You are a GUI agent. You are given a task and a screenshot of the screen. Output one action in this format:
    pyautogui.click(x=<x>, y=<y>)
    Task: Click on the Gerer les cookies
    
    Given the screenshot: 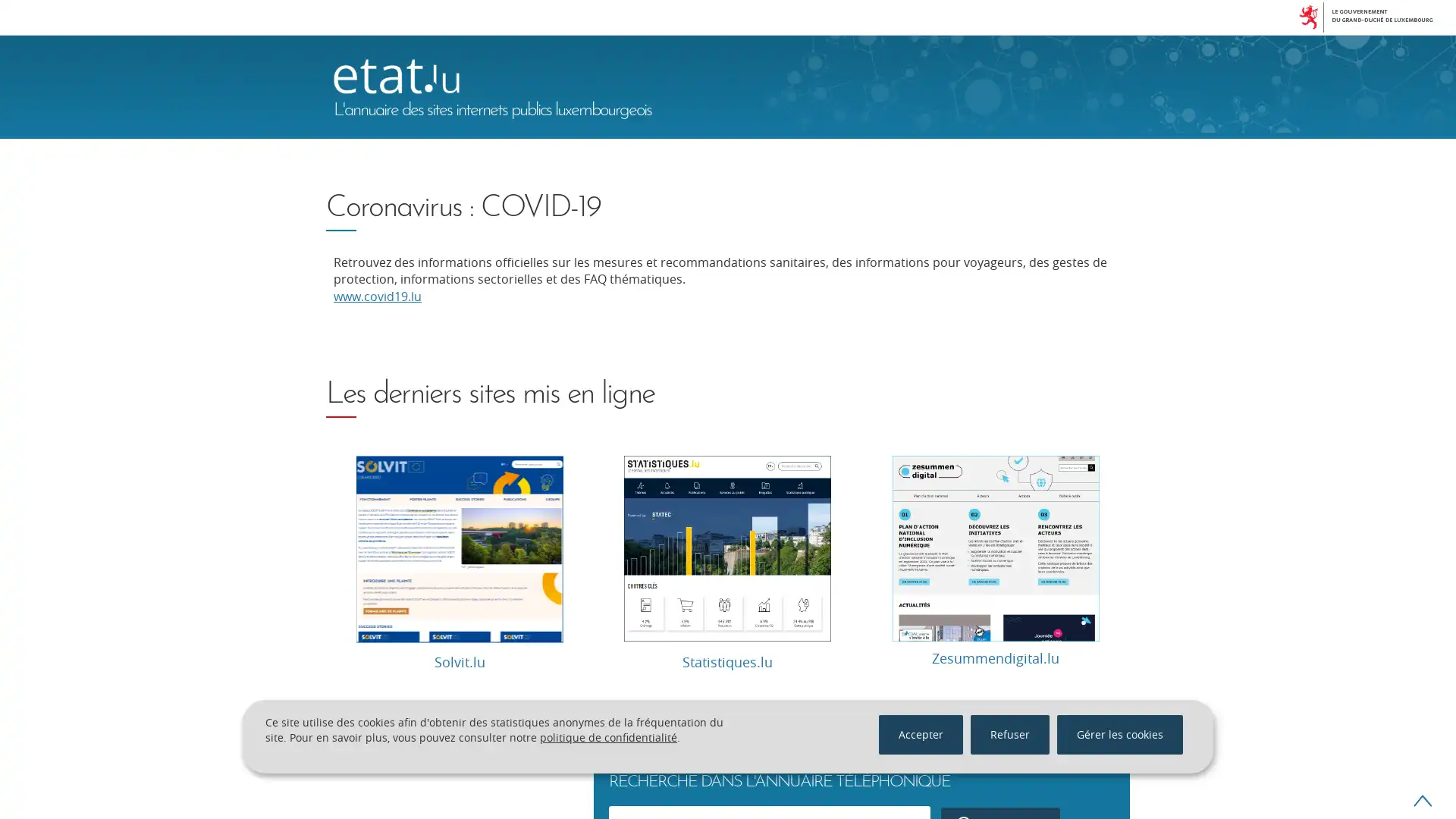 What is the action you would take?
    pyautogui.click(x=1120, y=733)
    